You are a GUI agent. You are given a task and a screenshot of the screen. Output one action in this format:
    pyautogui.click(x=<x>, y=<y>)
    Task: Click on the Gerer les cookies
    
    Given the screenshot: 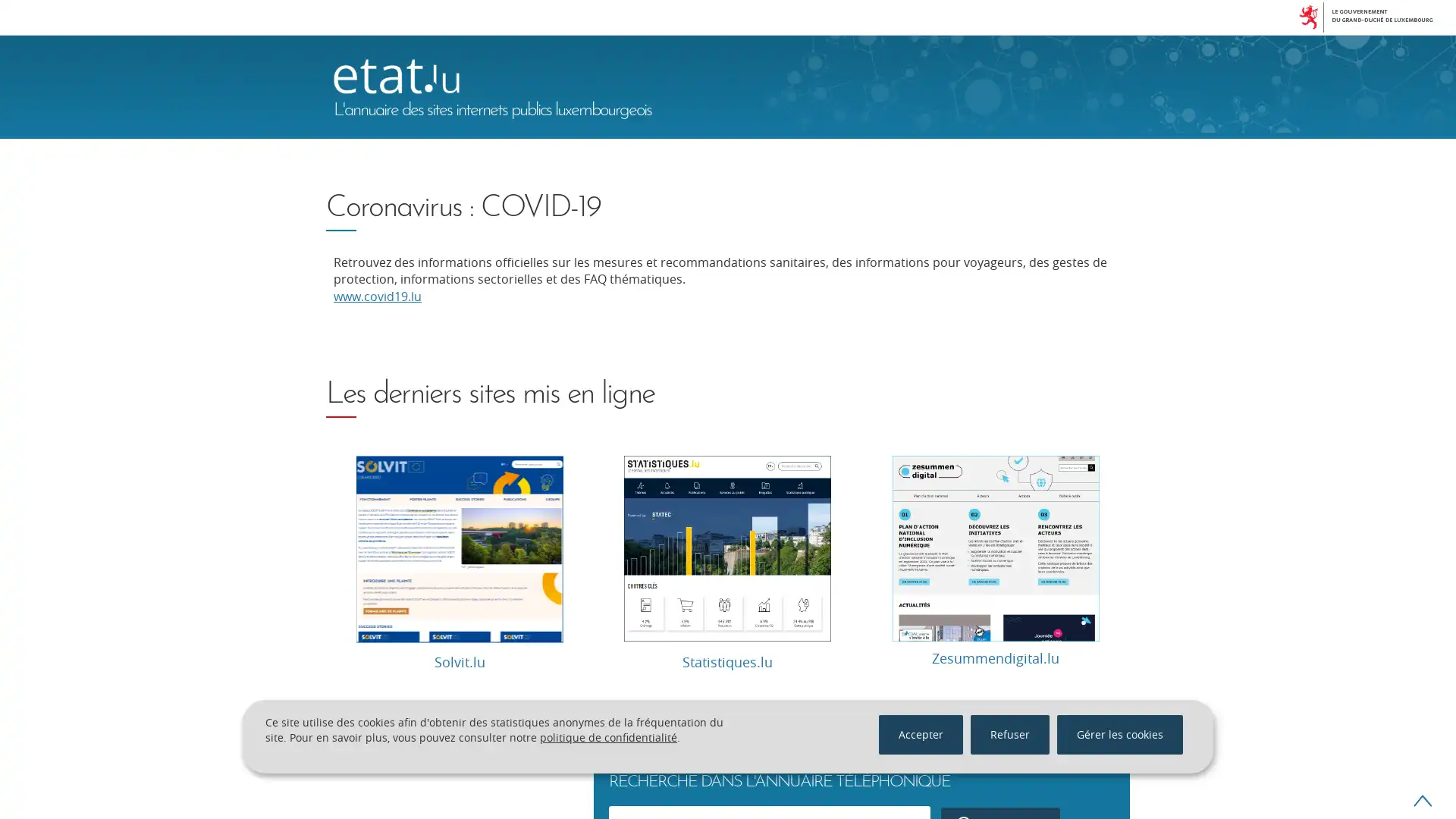 What is the action you would take?
    pyautogui.click(x=1120, y=733)
    